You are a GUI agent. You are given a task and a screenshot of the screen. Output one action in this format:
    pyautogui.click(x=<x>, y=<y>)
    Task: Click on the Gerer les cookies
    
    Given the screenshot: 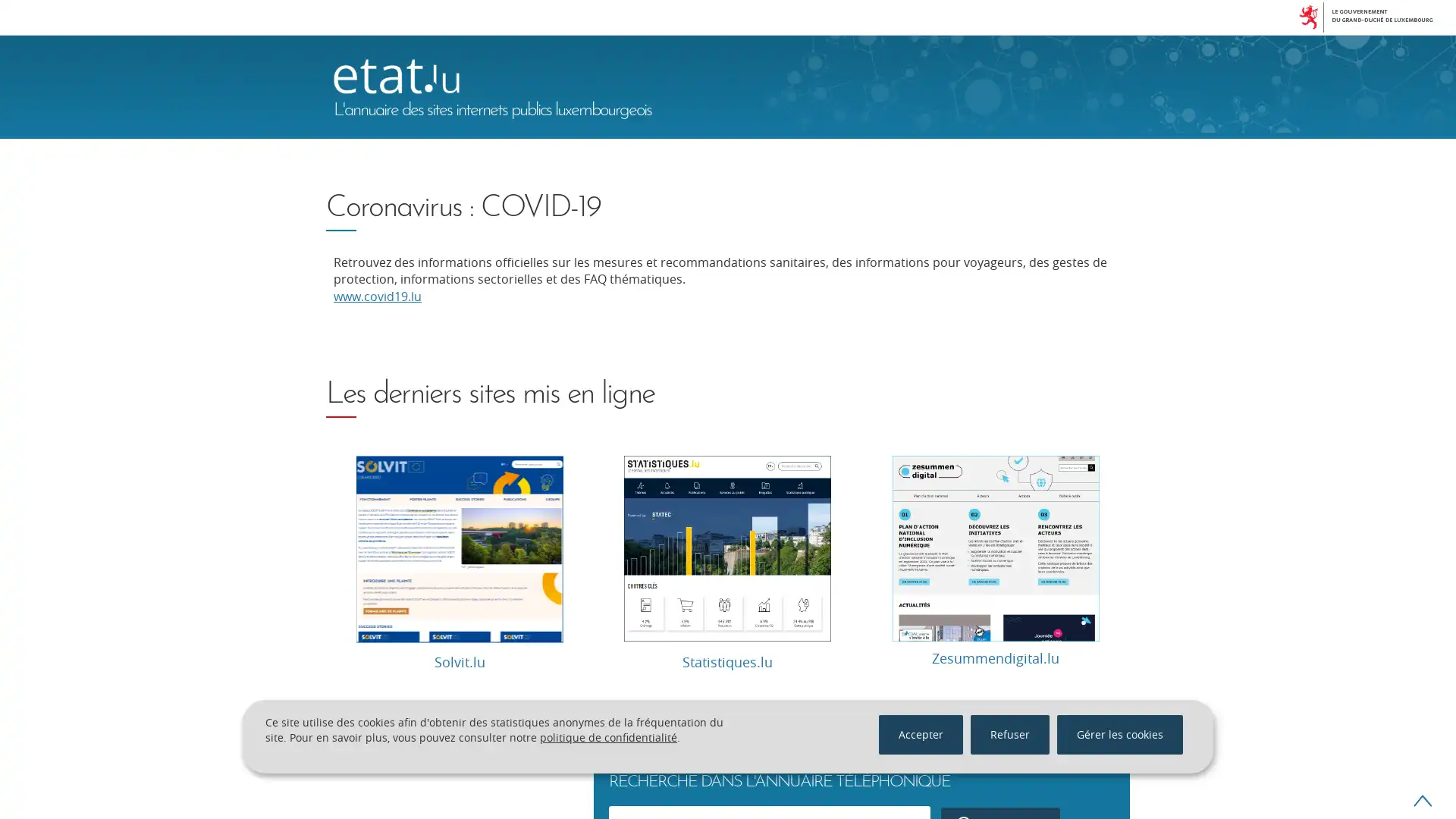 What is the action you would take?
    pyautogui.click(x=1120, y=733)
    